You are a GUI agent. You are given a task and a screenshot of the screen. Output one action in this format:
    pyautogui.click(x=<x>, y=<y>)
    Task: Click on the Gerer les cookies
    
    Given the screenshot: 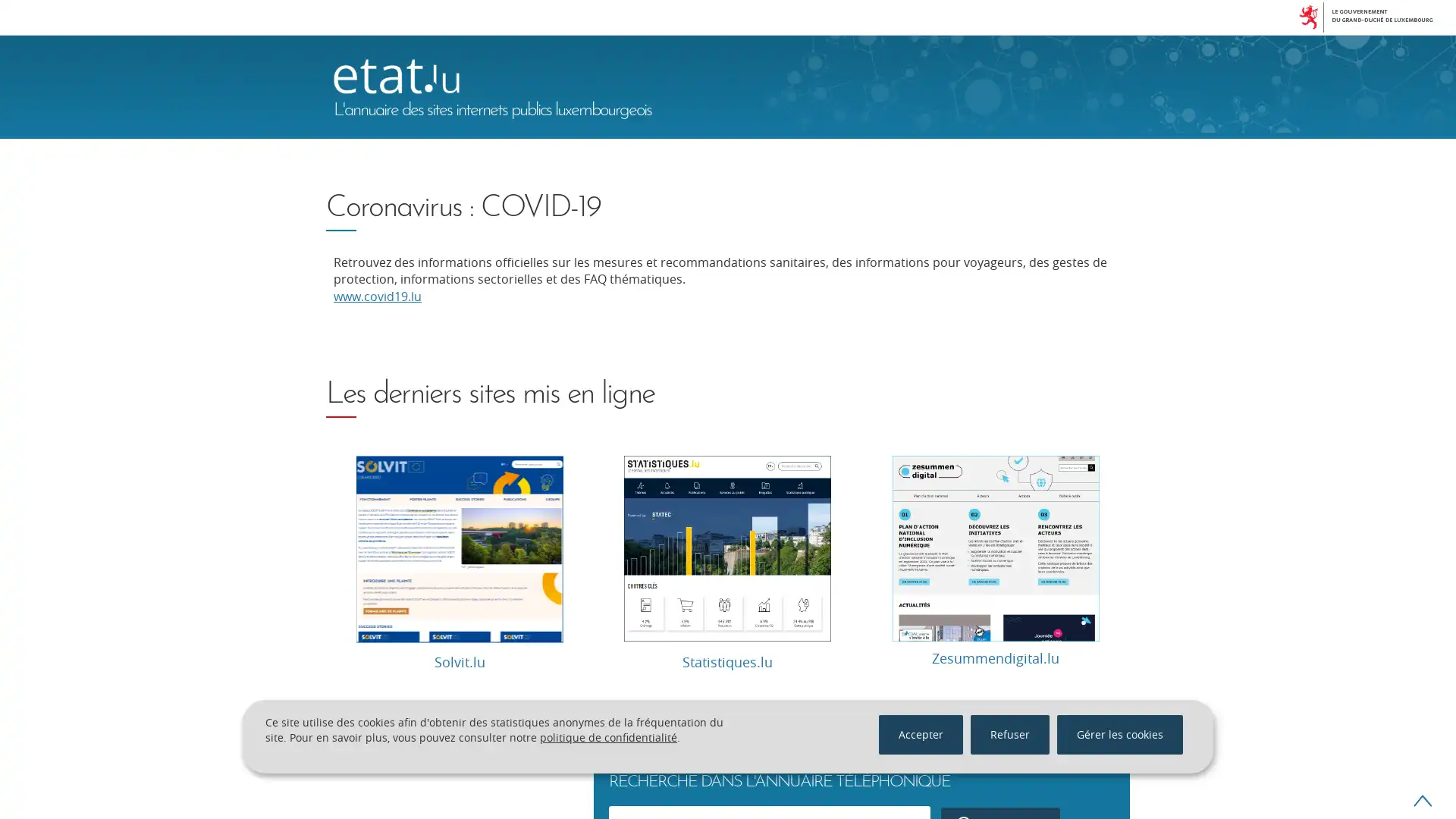 What is the action you would take?
    pyautogui.click(x=1120, y=733)
    